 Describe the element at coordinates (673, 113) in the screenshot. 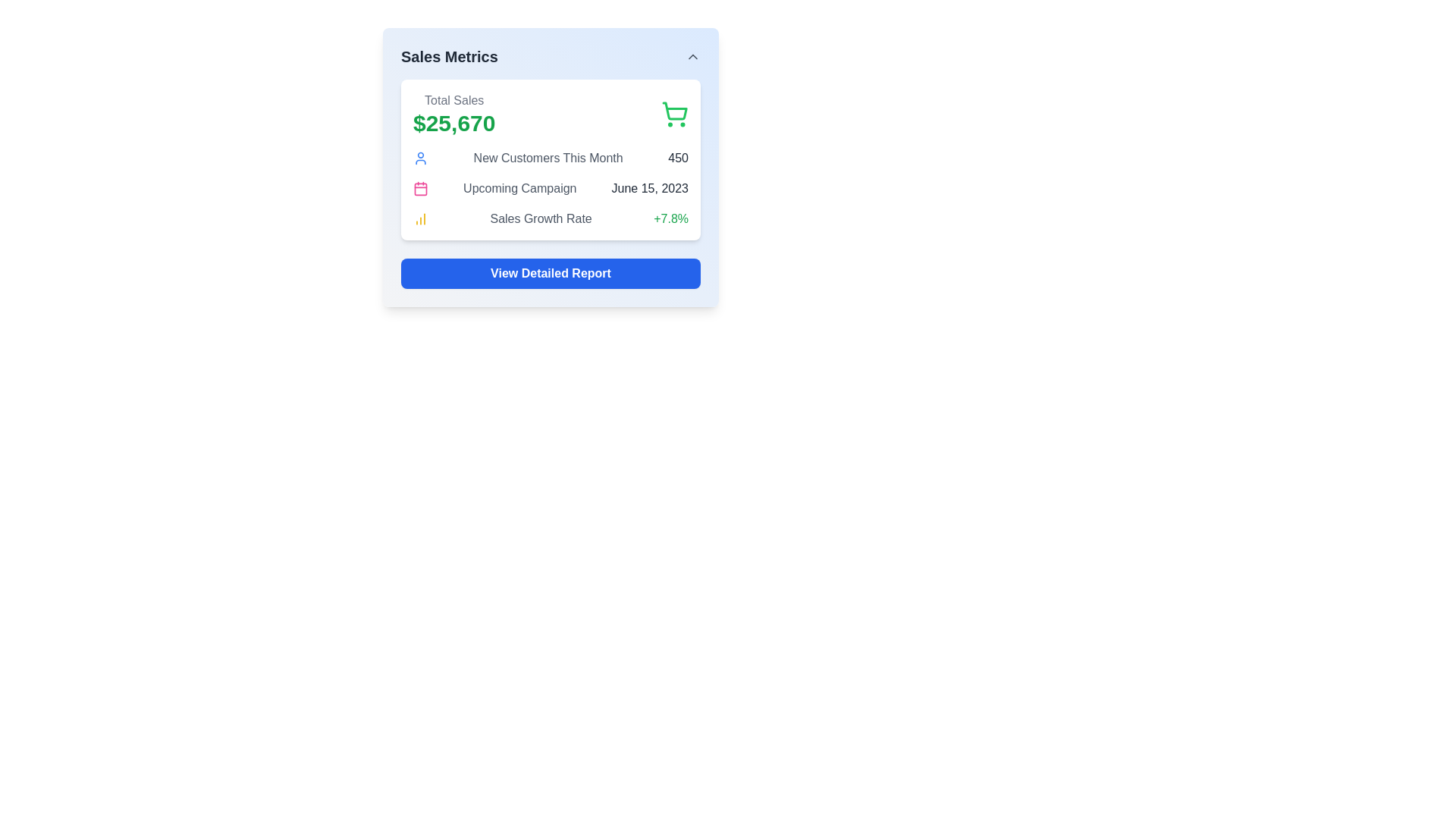

I see `the commerce or sales icon located at the top-right corner of the 'Total Sales' box` at that location.